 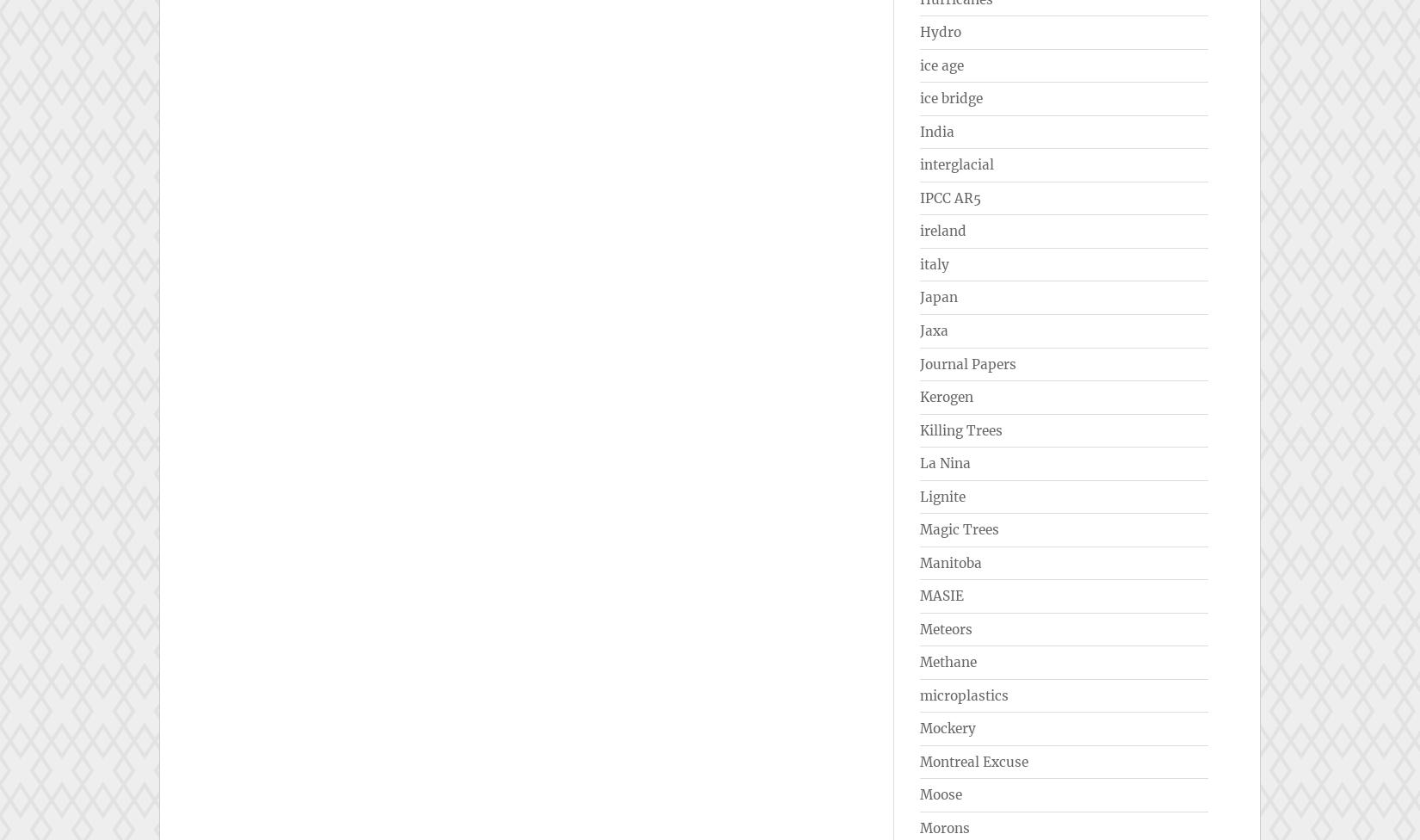 I want to click on 'Methane', so click(x=948, y=662).